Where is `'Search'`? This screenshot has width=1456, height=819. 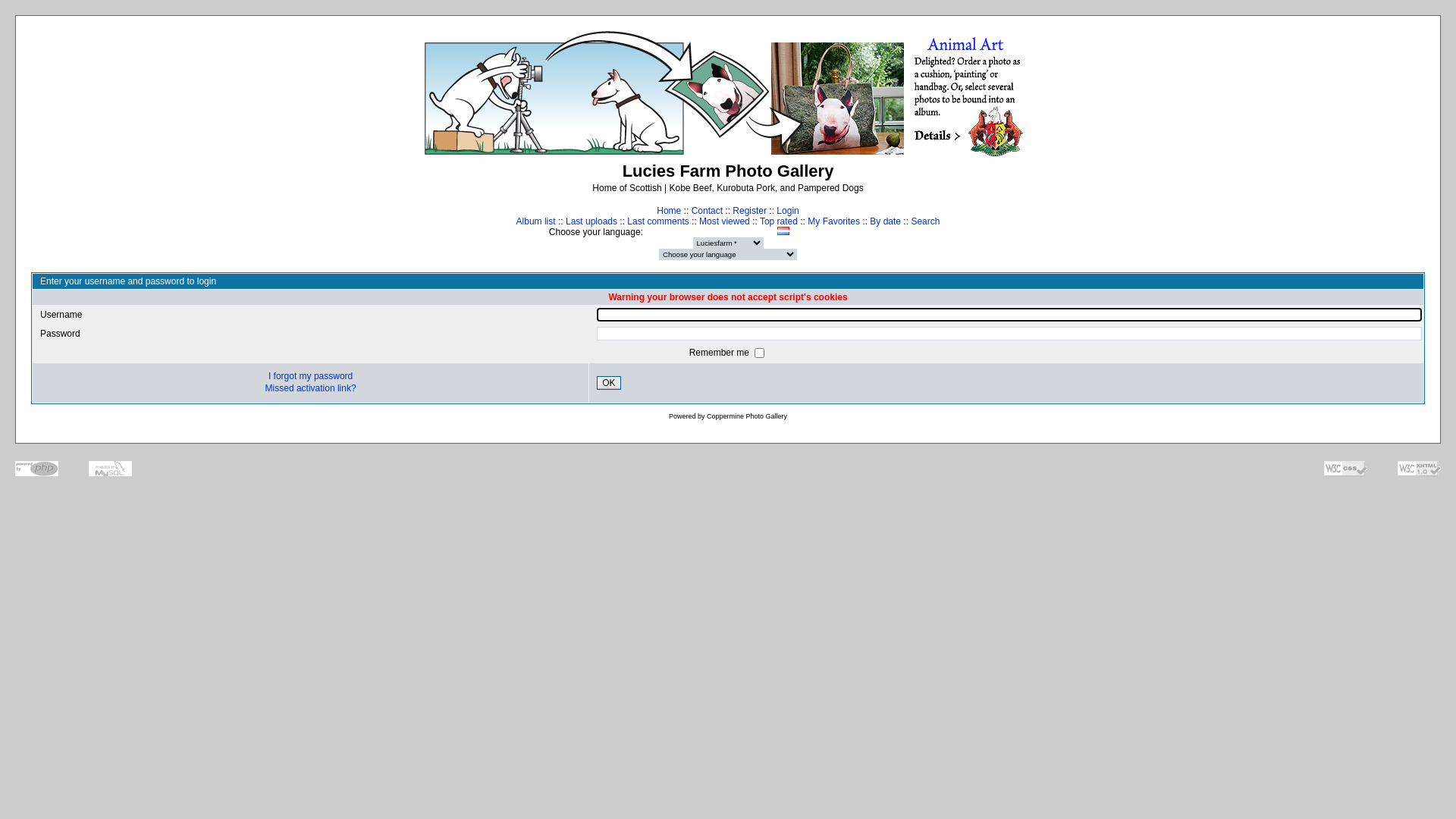 'Search' is located at coordinates (924, 221).